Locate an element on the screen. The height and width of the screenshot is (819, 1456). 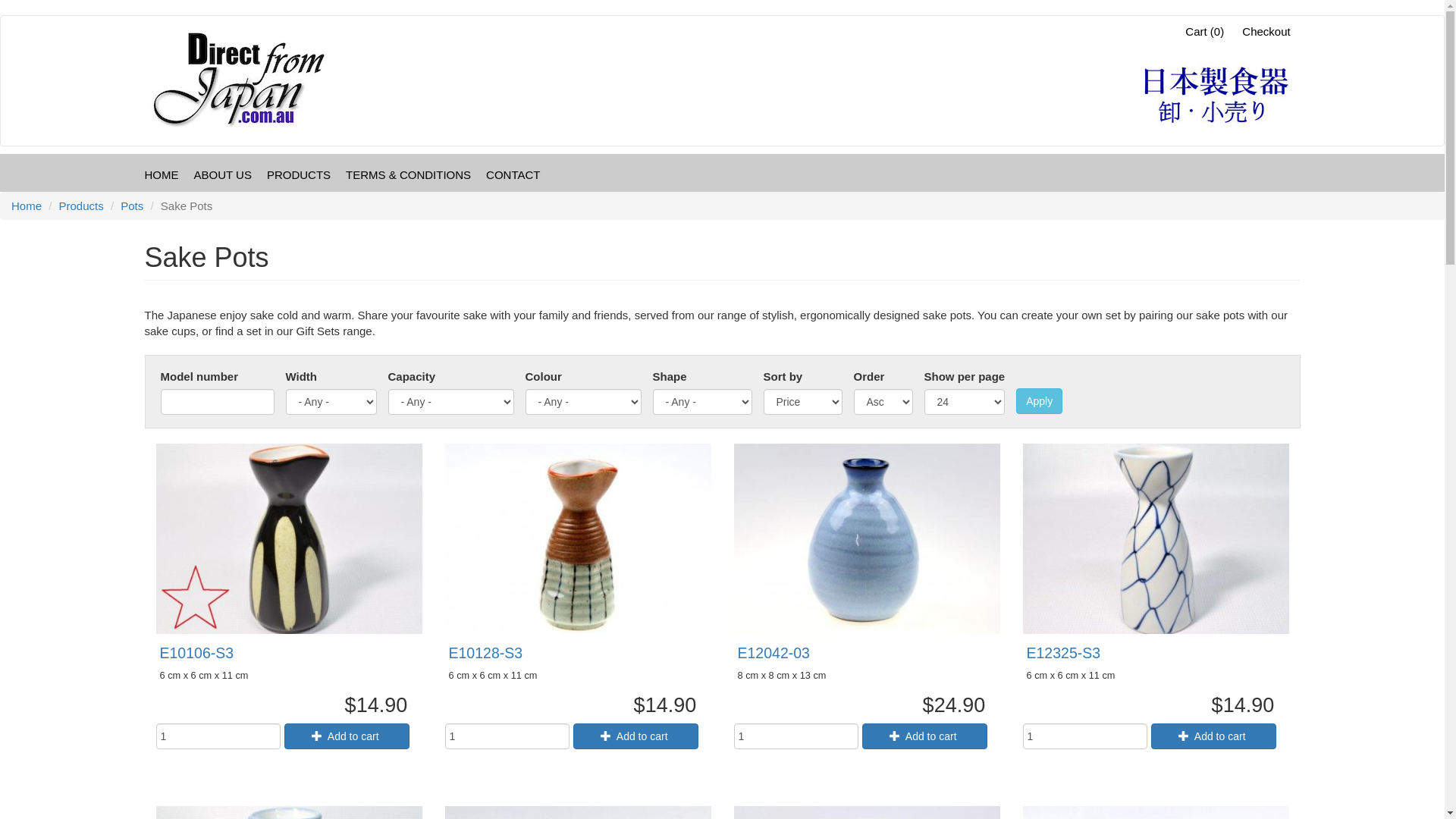
'ABOUT US' is located at coordinates (193, 174).